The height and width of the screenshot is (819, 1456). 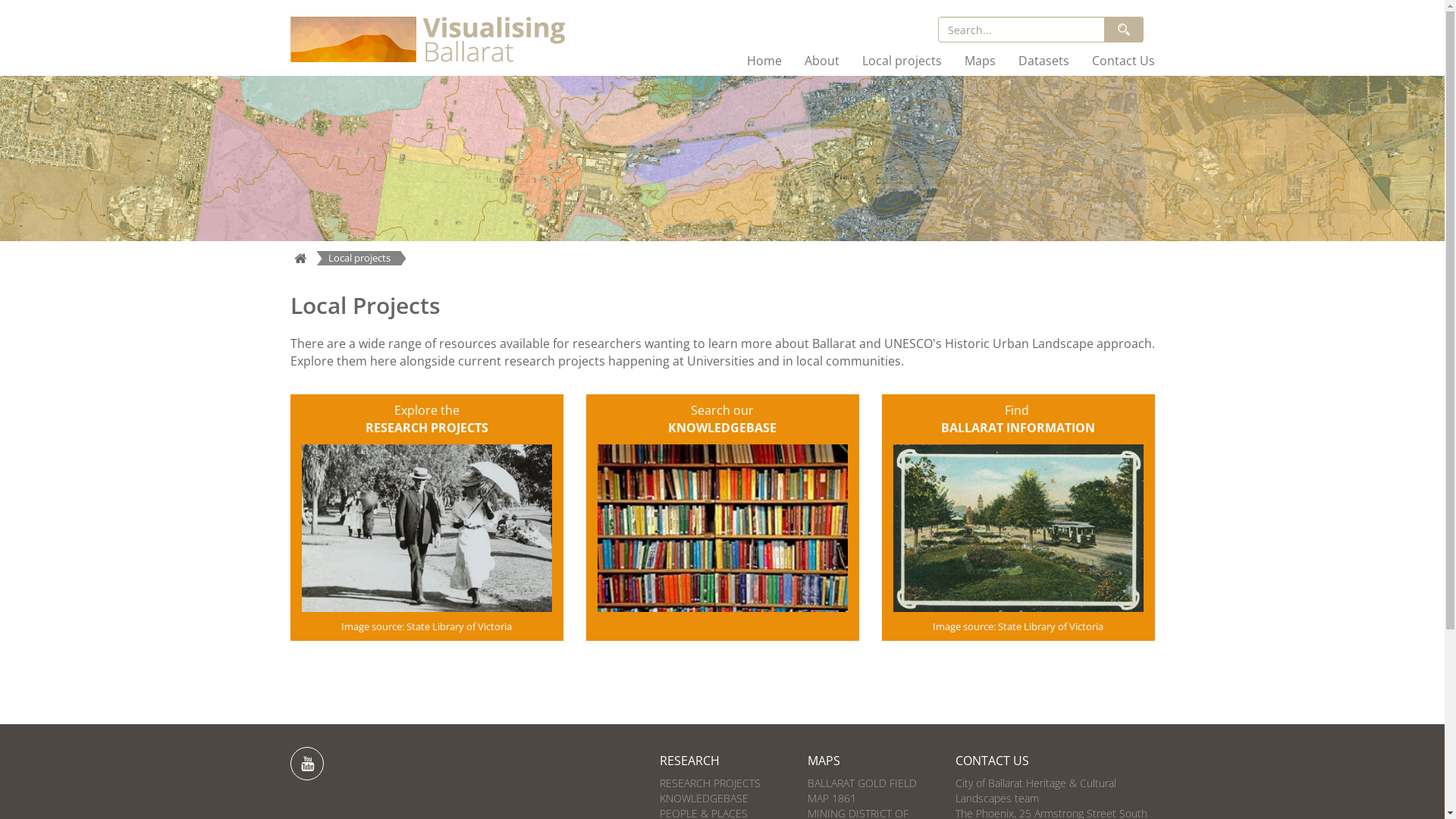 What do you see at coordinates (1043, 60) in the screenshot?
I see `'Datasets'` at bounding box center [1043, 60].